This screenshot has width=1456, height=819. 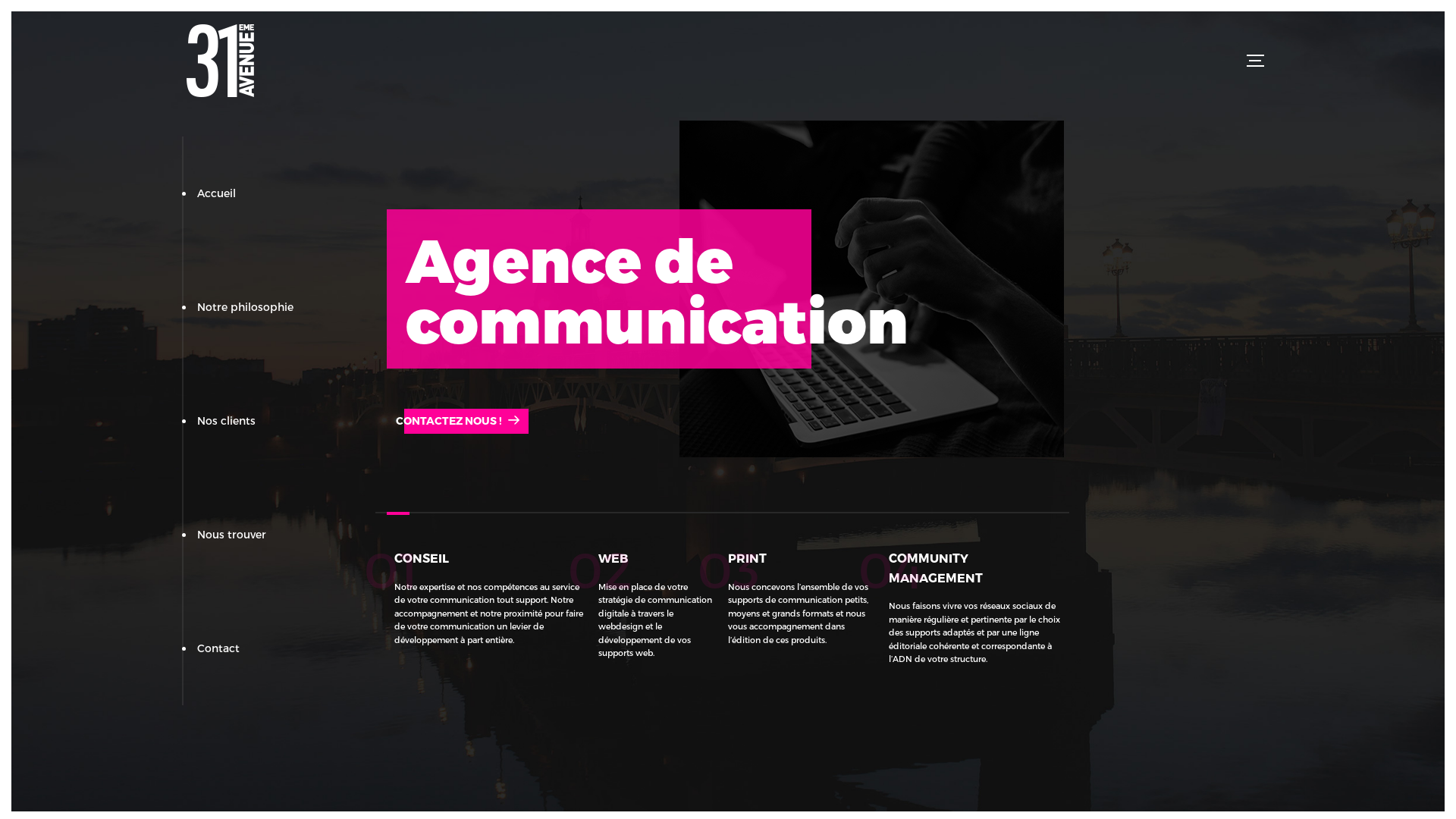 What do you see at coordinates (215, 192) in the screenshot?
I see `'Accueil'` at bounding box center [215, 192].